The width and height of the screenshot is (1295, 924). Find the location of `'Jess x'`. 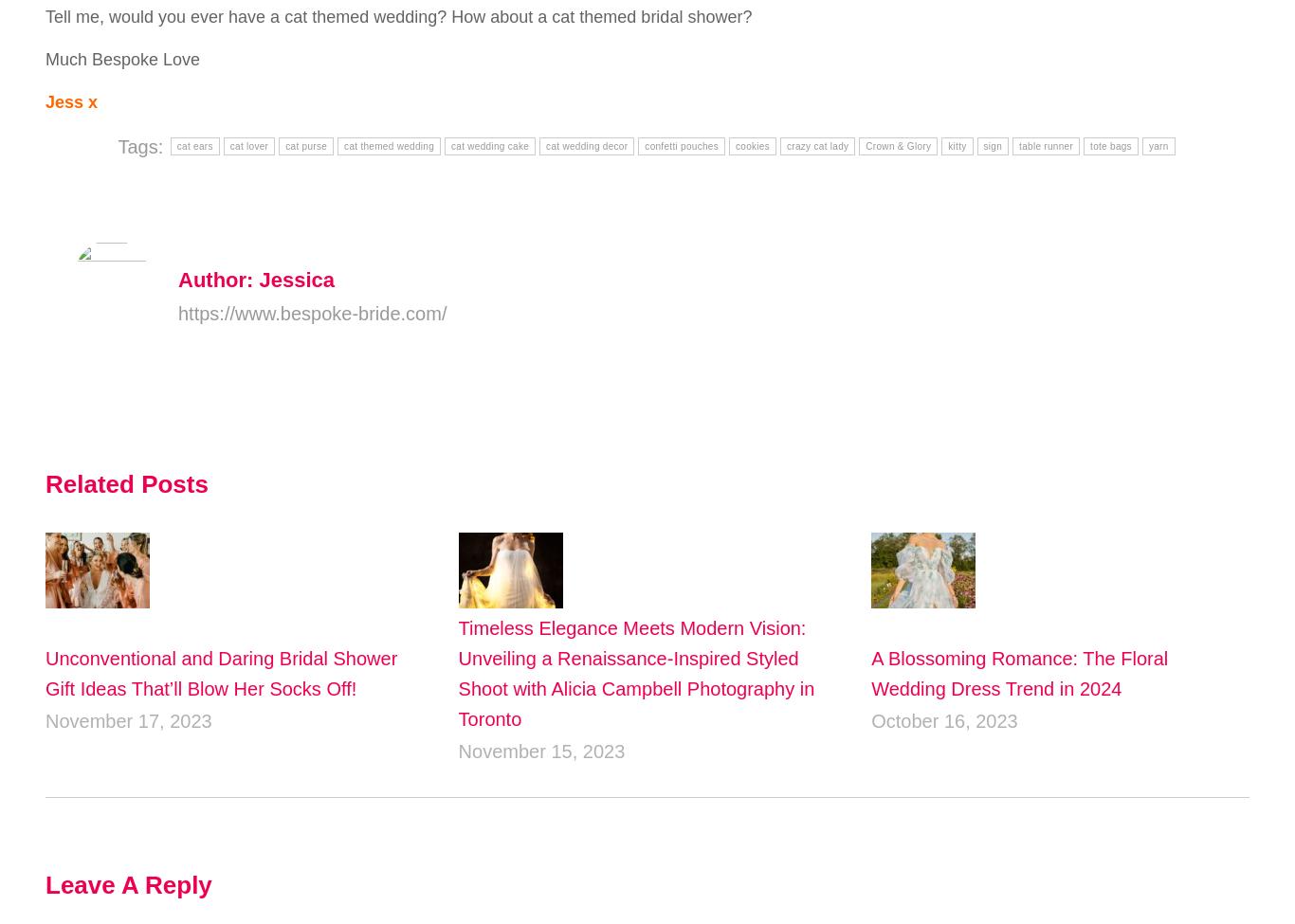

'Jess x' is located at coordinates (71, 100).